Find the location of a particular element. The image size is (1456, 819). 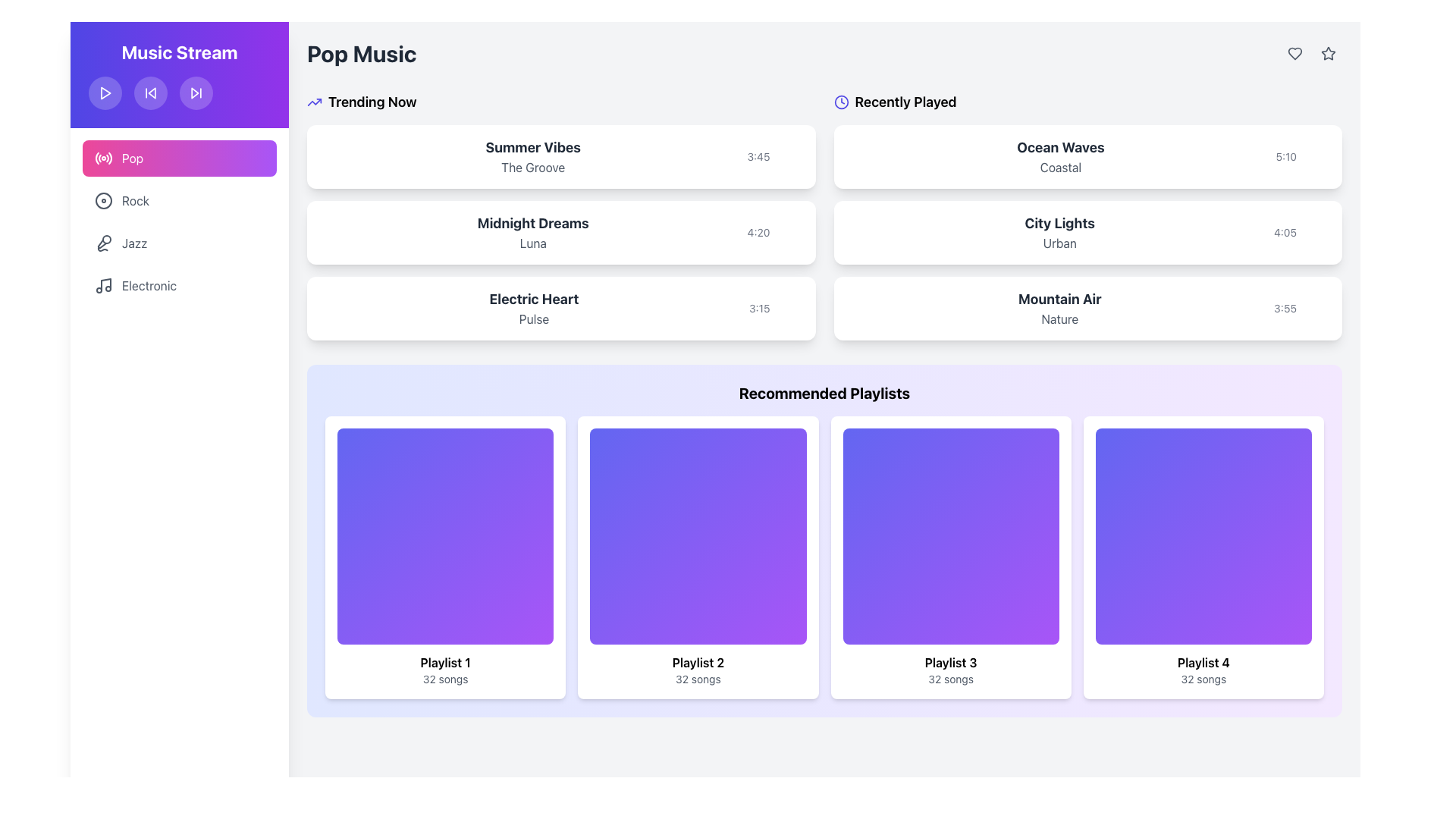

the play button for the audio track 'Ocean Waves', located in the 'Recently Played' section next to the time indicator '5:10' is located at coordinates (1302, 157).